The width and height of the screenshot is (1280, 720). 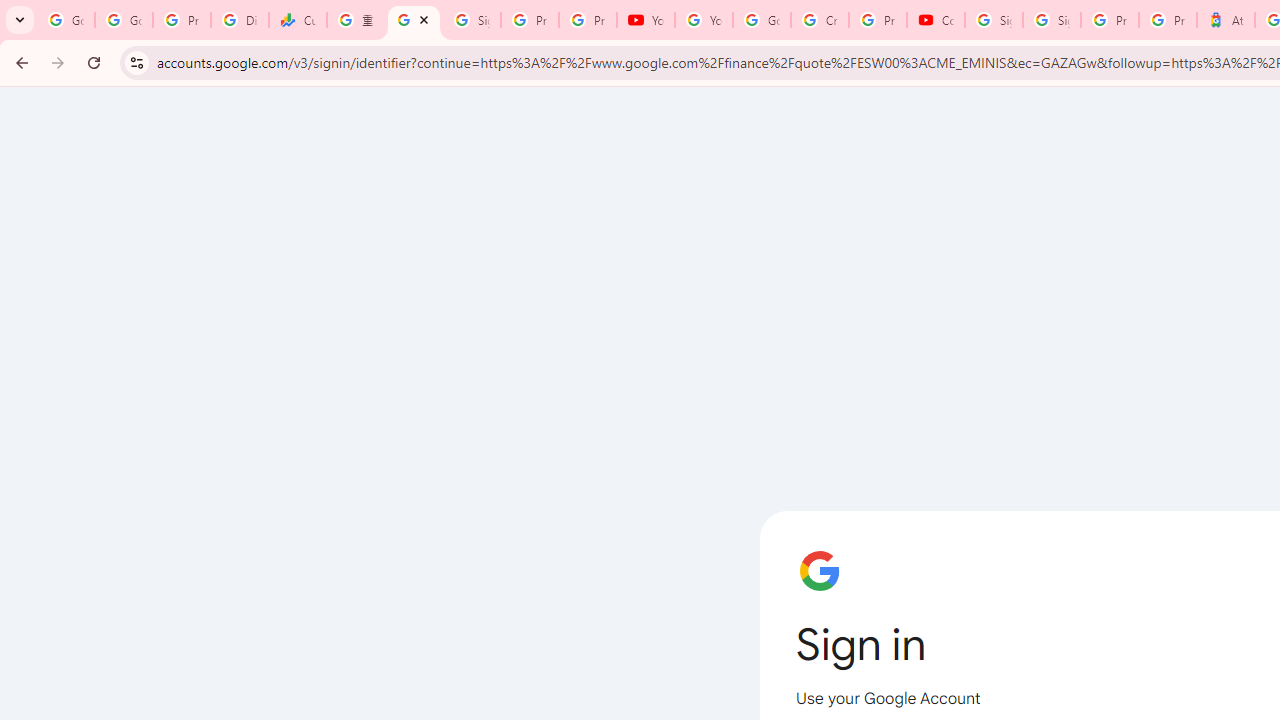 I want to click on 'YouTube', so click(x=704, y=20).